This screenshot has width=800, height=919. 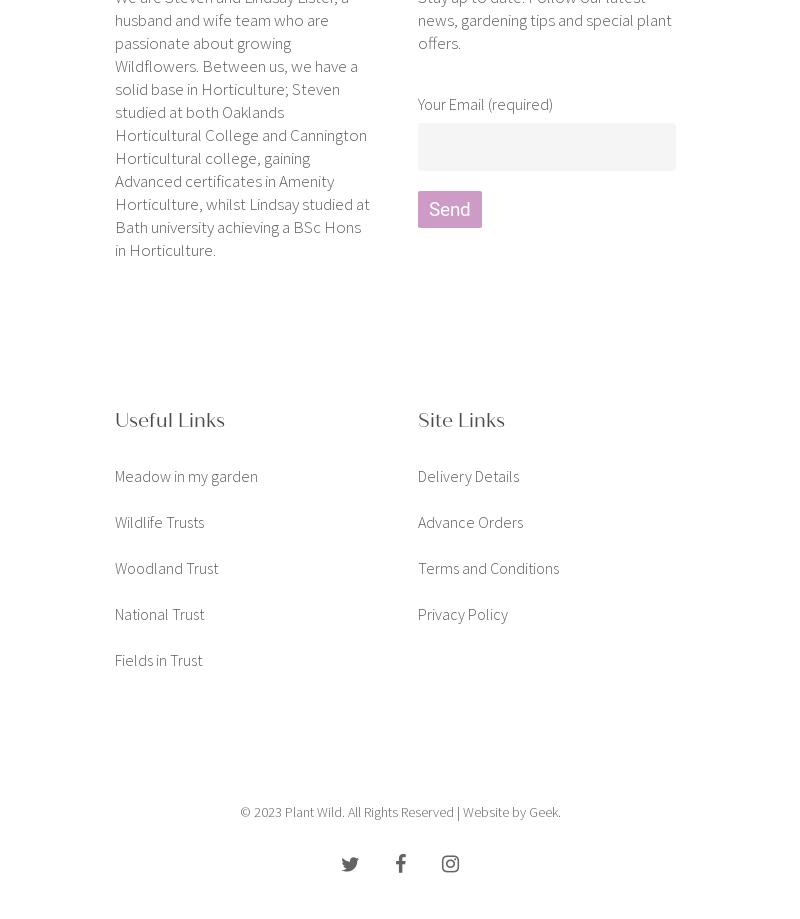 I want to click on 'National Trust', so click(x=159, y=612).